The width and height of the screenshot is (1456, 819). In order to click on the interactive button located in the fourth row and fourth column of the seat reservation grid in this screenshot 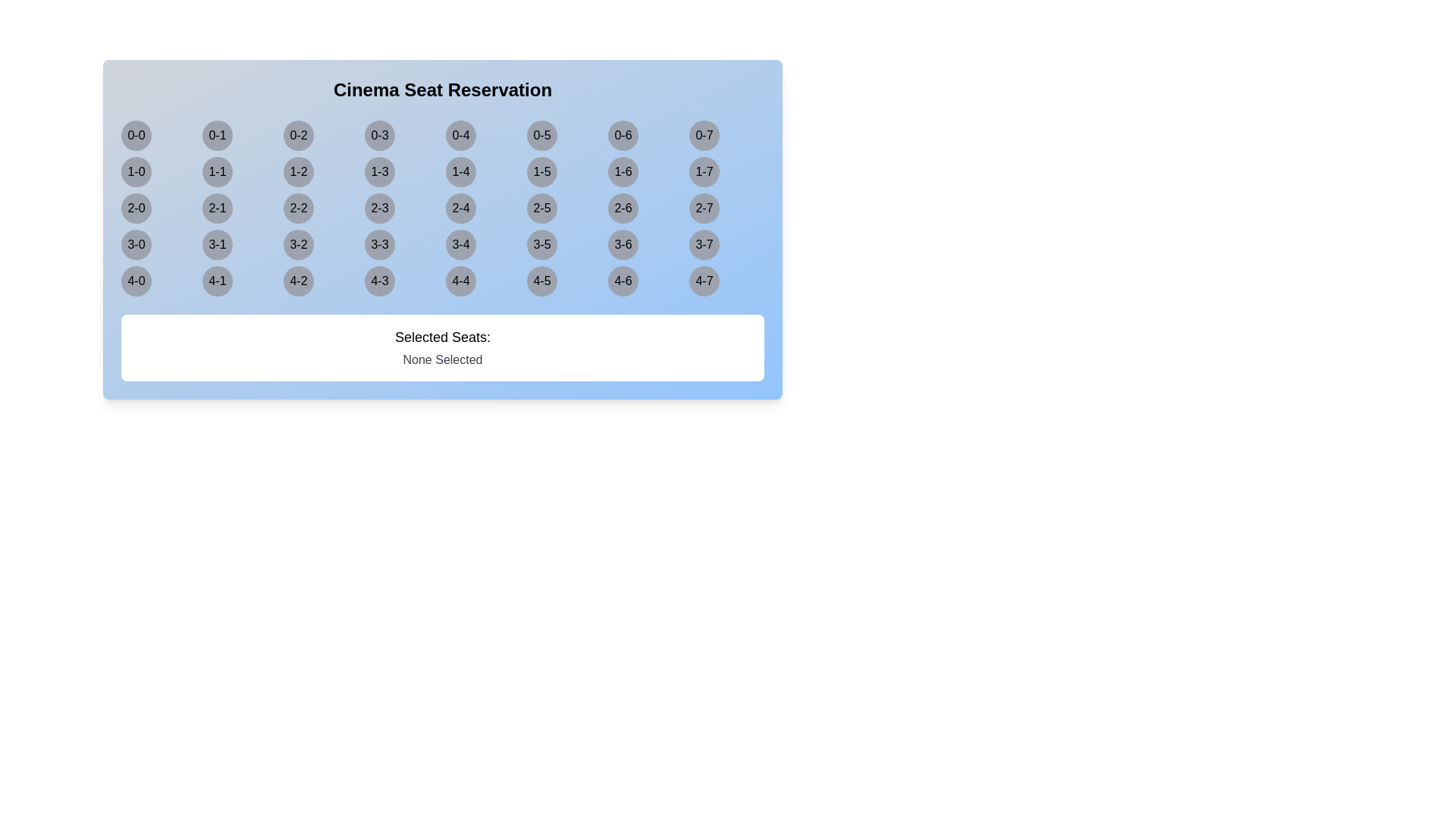, I will do `click(379, 244)`.